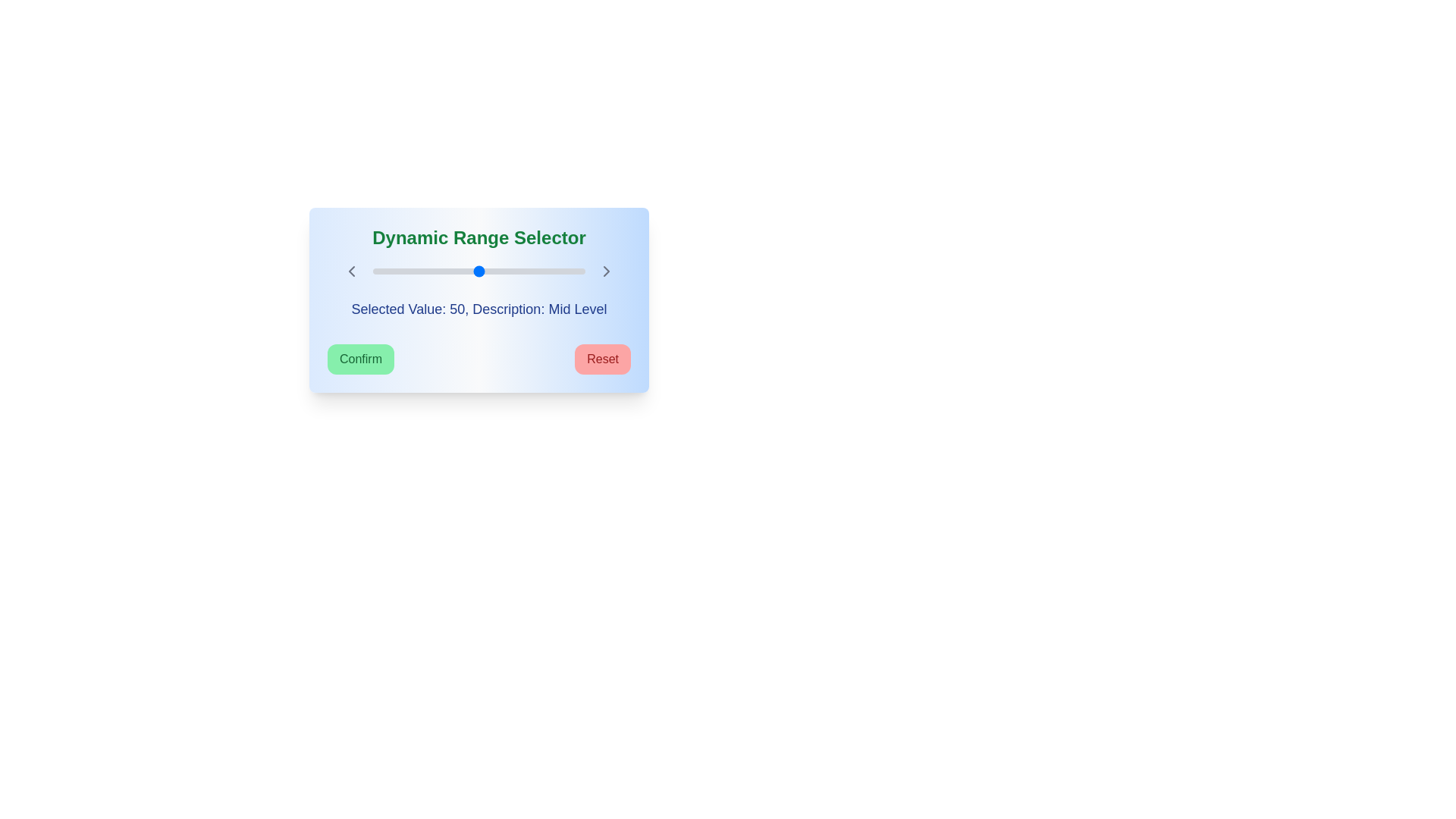 The width and height of the screenshot is (1456, 819). What do you see at coordinates (496, 271) in the screenshot?
I see `the slider` at bounding box center [496, 271].